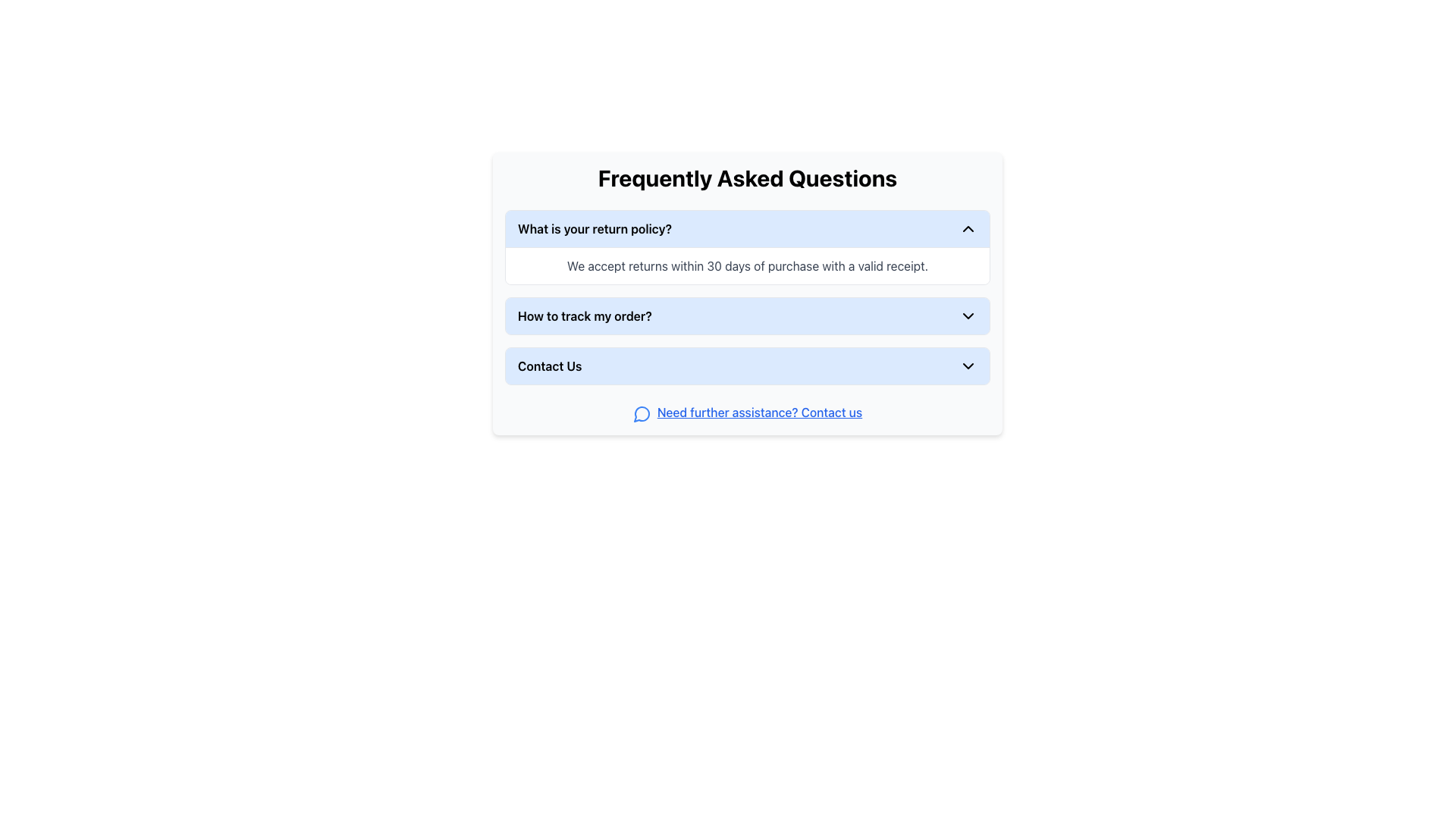  I want to click on the accessible hyperlink text with icon located at the bottom of the 'Frequently Asked Questions' section to enable navigation for users, so click(747, 412).